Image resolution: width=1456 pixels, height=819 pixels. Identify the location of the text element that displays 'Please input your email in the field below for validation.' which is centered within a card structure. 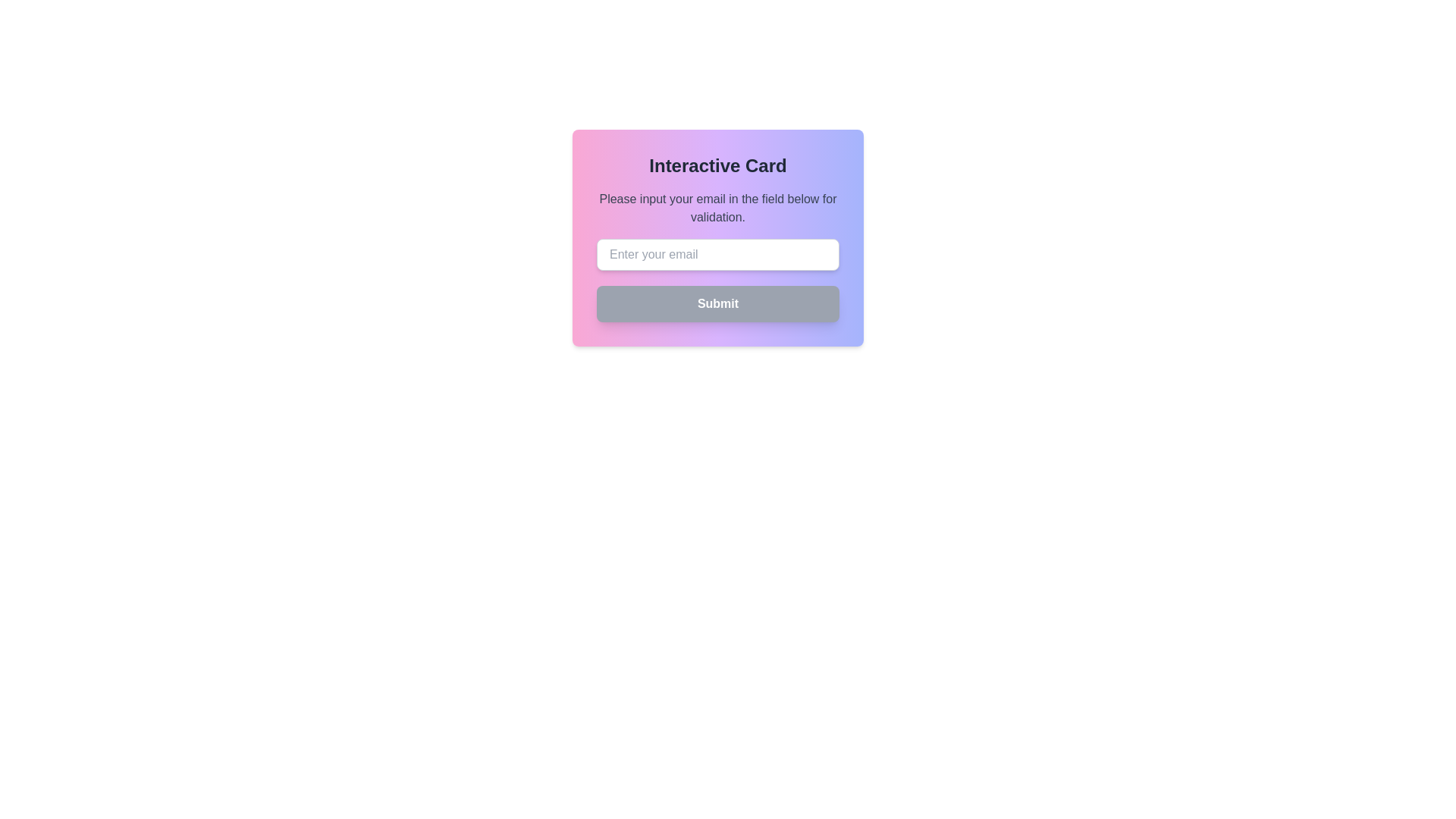
(717, 208).